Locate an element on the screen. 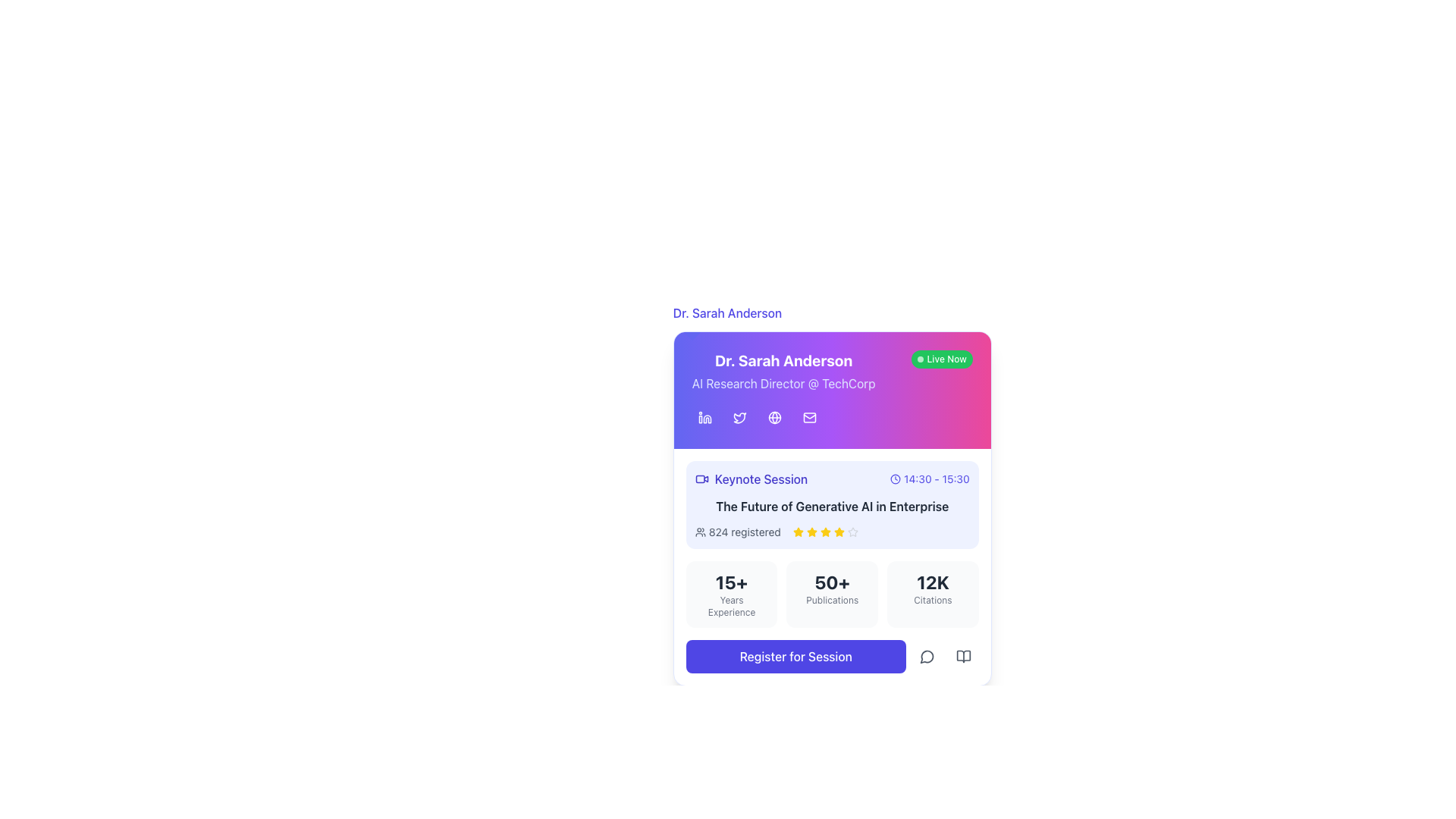  the mail or envelope icon located in the profile card under 'Dr. Sarah Anderson' is located at coordinates (808, 418).